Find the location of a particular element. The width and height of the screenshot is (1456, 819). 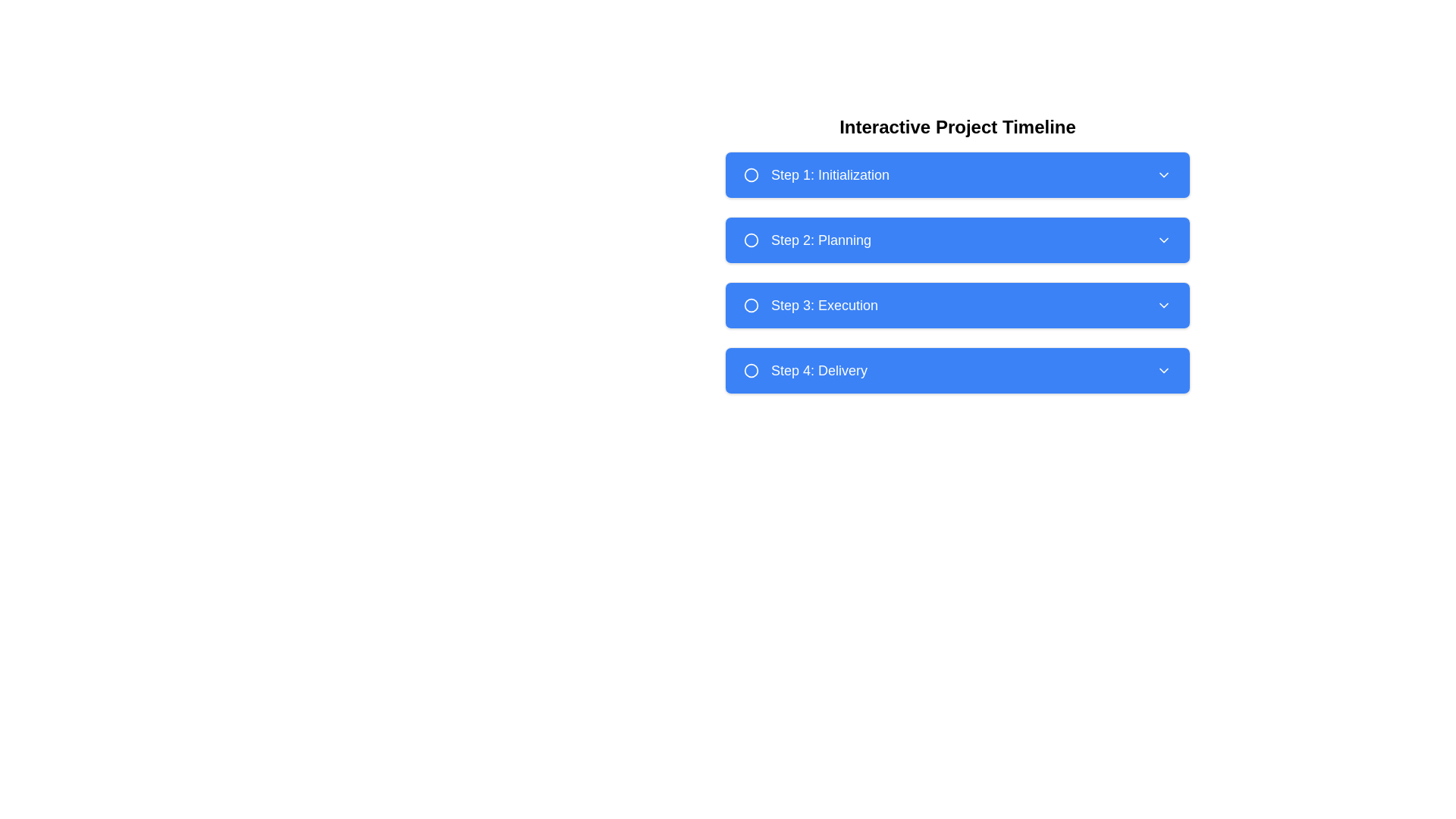

the 'Step 1' button in the project timeline for keyboard navigation is located at coordinates (956, 174).